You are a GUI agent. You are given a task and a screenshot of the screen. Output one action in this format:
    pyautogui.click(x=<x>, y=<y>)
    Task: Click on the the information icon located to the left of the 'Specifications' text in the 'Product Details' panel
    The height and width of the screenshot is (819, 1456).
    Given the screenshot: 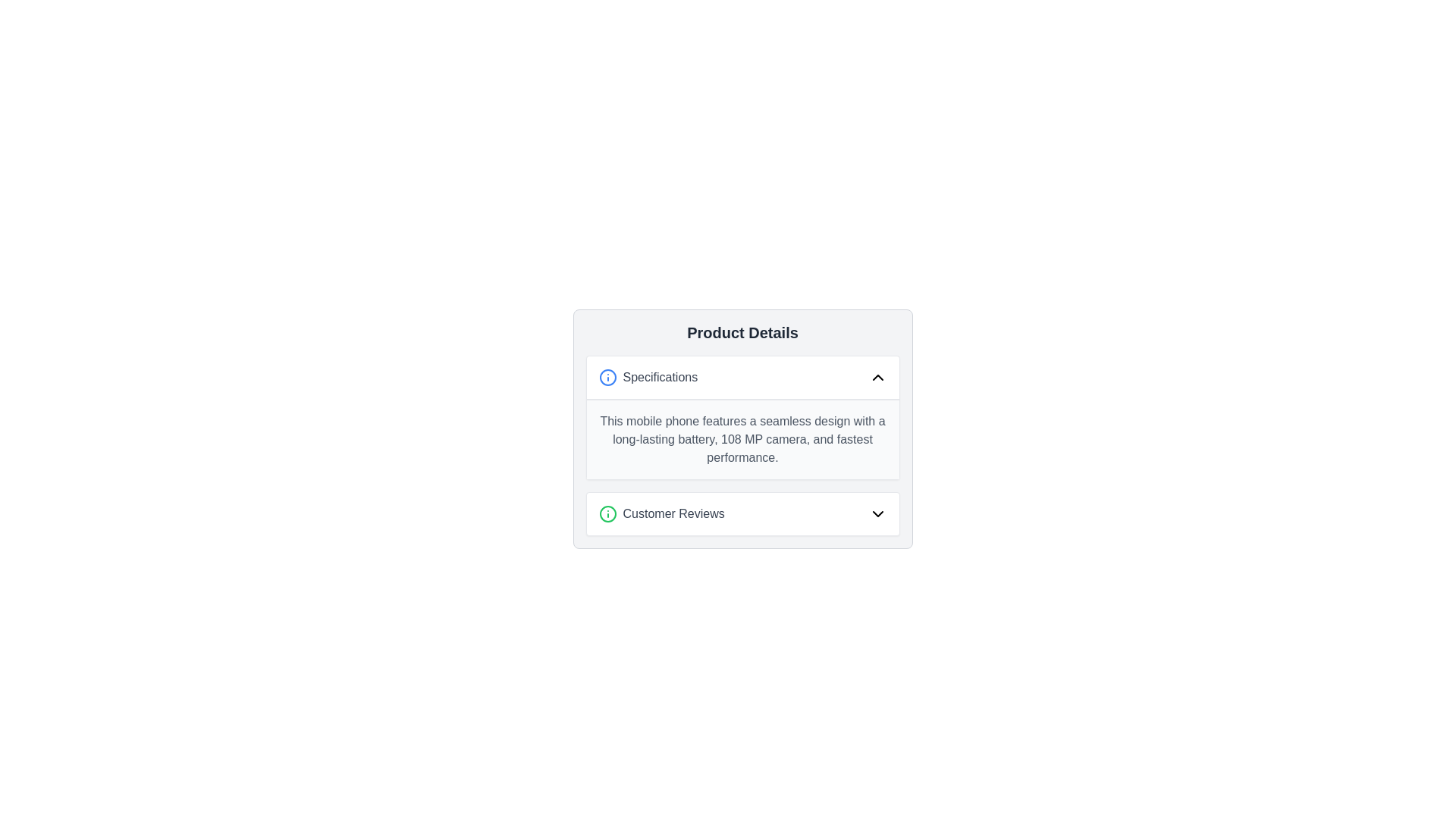 What is the action you would take?
    pyautogui.click(x=607, y=376)
    